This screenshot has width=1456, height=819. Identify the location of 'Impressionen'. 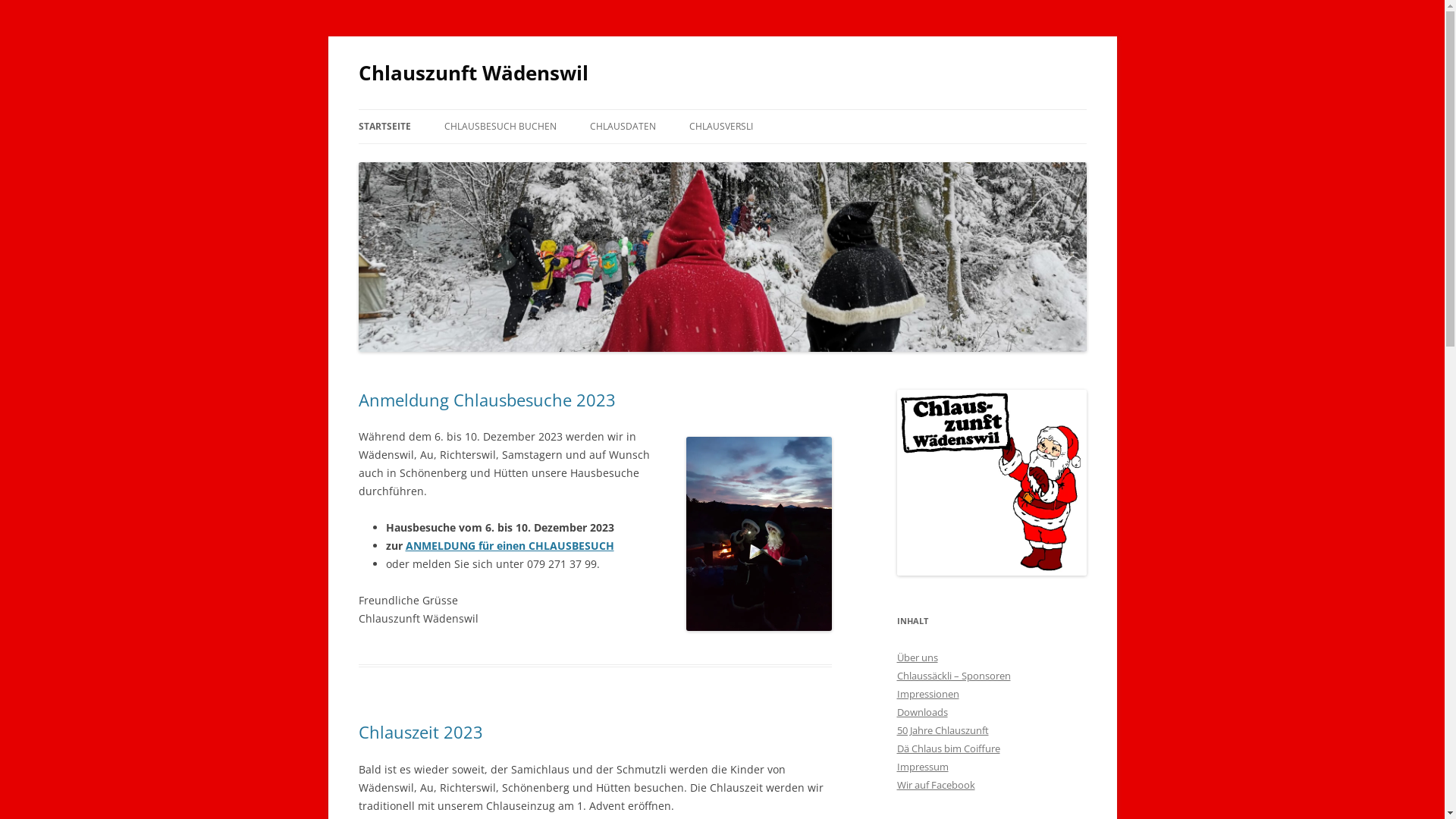
(927, 693).